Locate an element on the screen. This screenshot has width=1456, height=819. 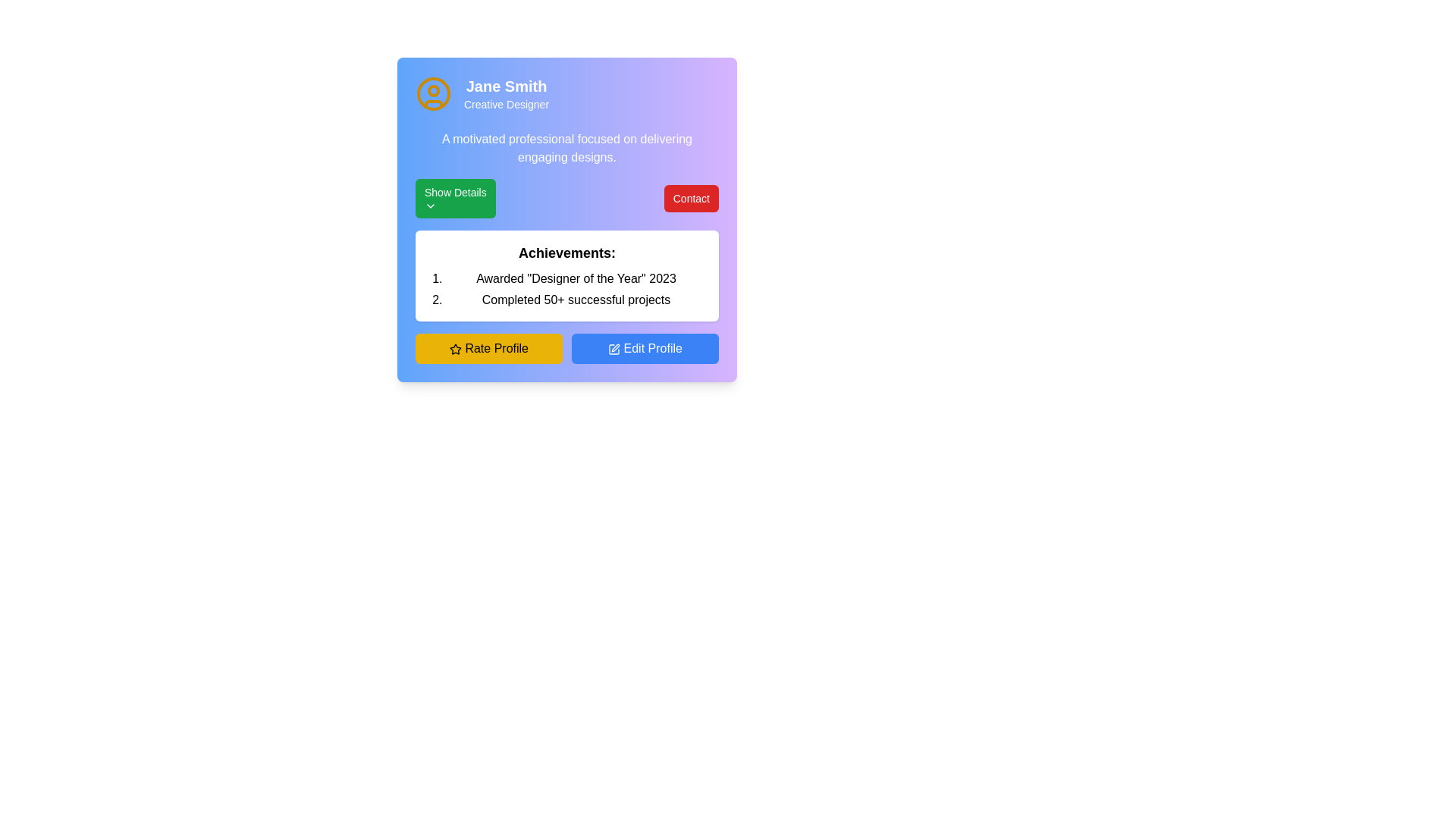
text displayed in the profile's primary identifier, which shows the user's name prominently located in the upper-middle area of the profile card is located at coordinates (506, 86).